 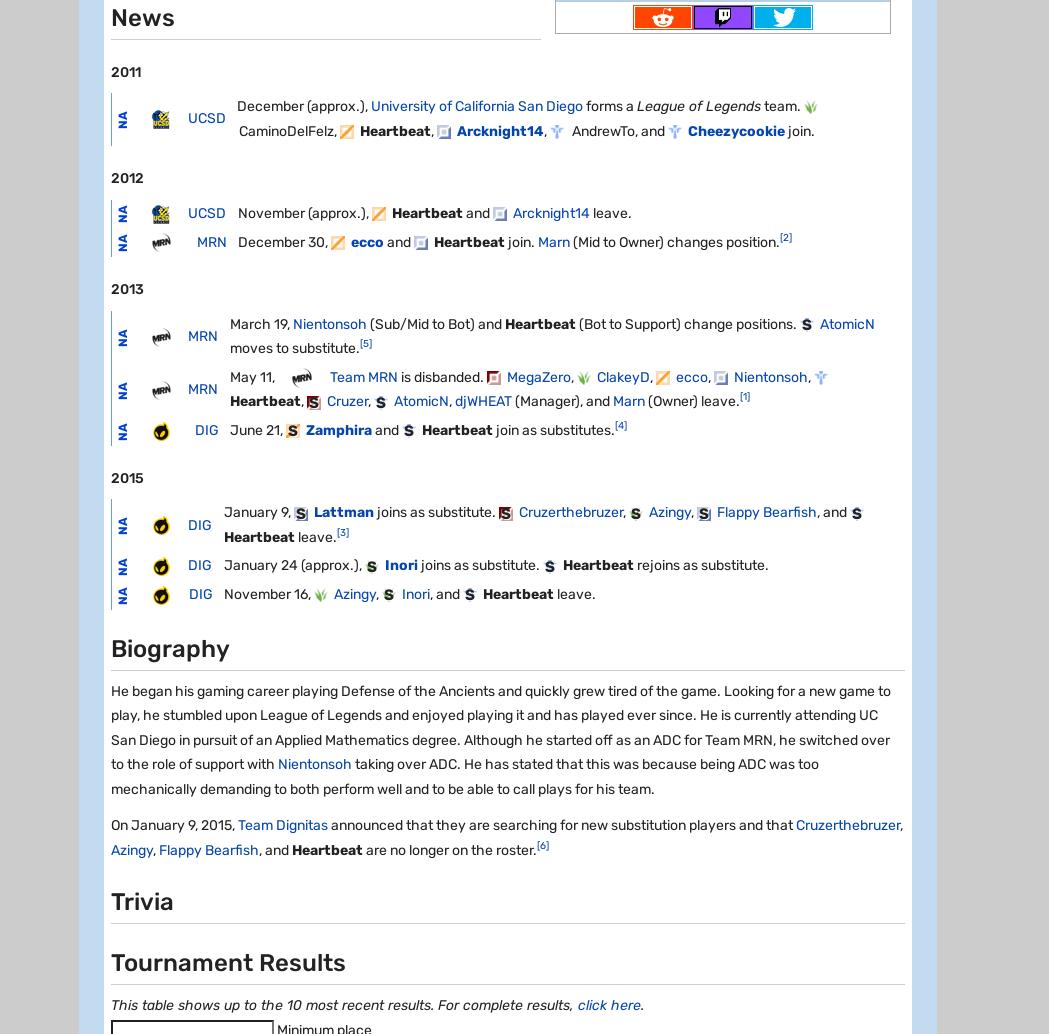 What do you see at coordinates (138, 407) in the screenshot?
I see `'What is Fandom?'` at bounding box center [138, 407].